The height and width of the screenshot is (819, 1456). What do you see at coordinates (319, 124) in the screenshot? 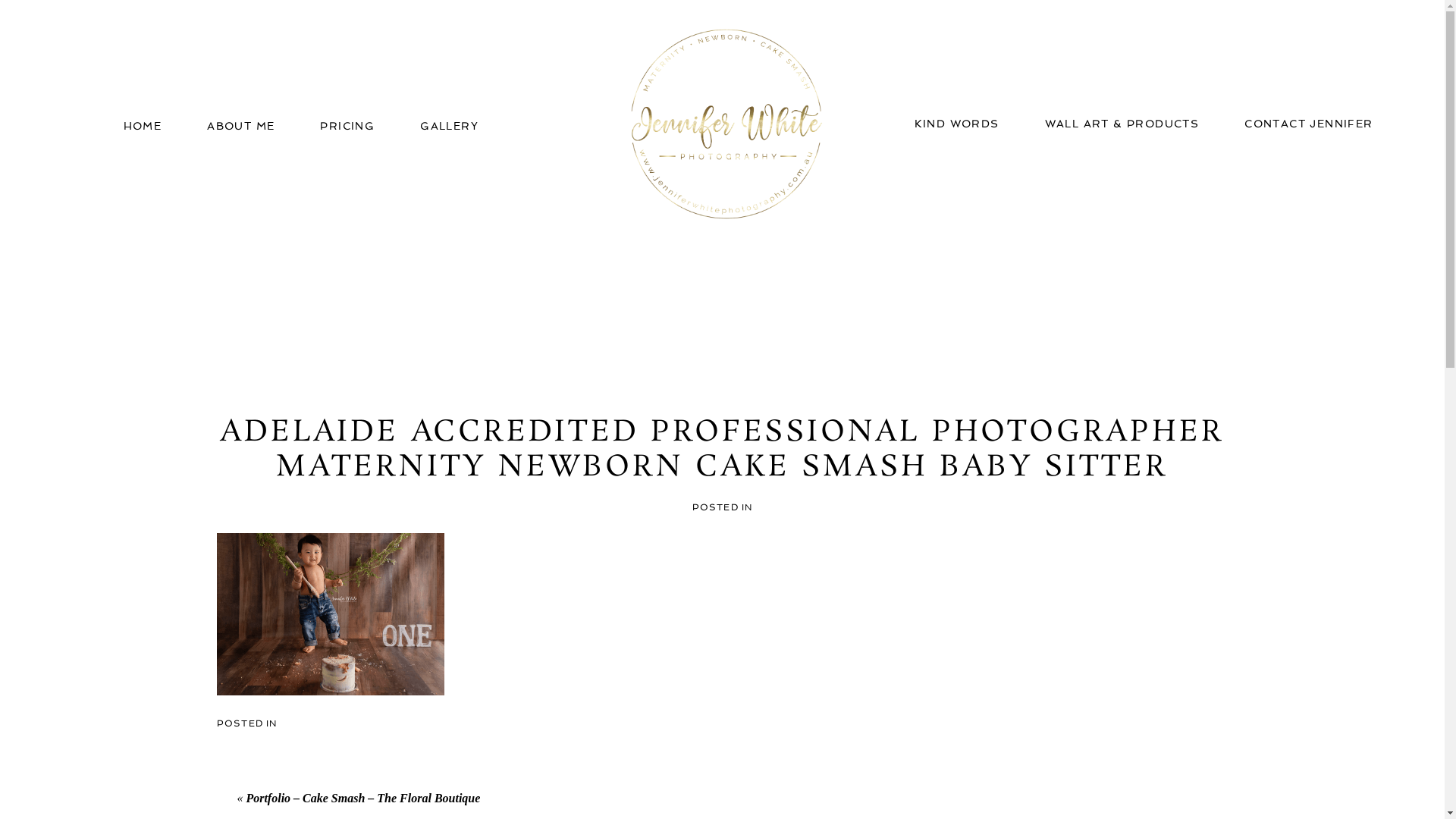
I see `'PRICING'` at bounding box center [319, 124].